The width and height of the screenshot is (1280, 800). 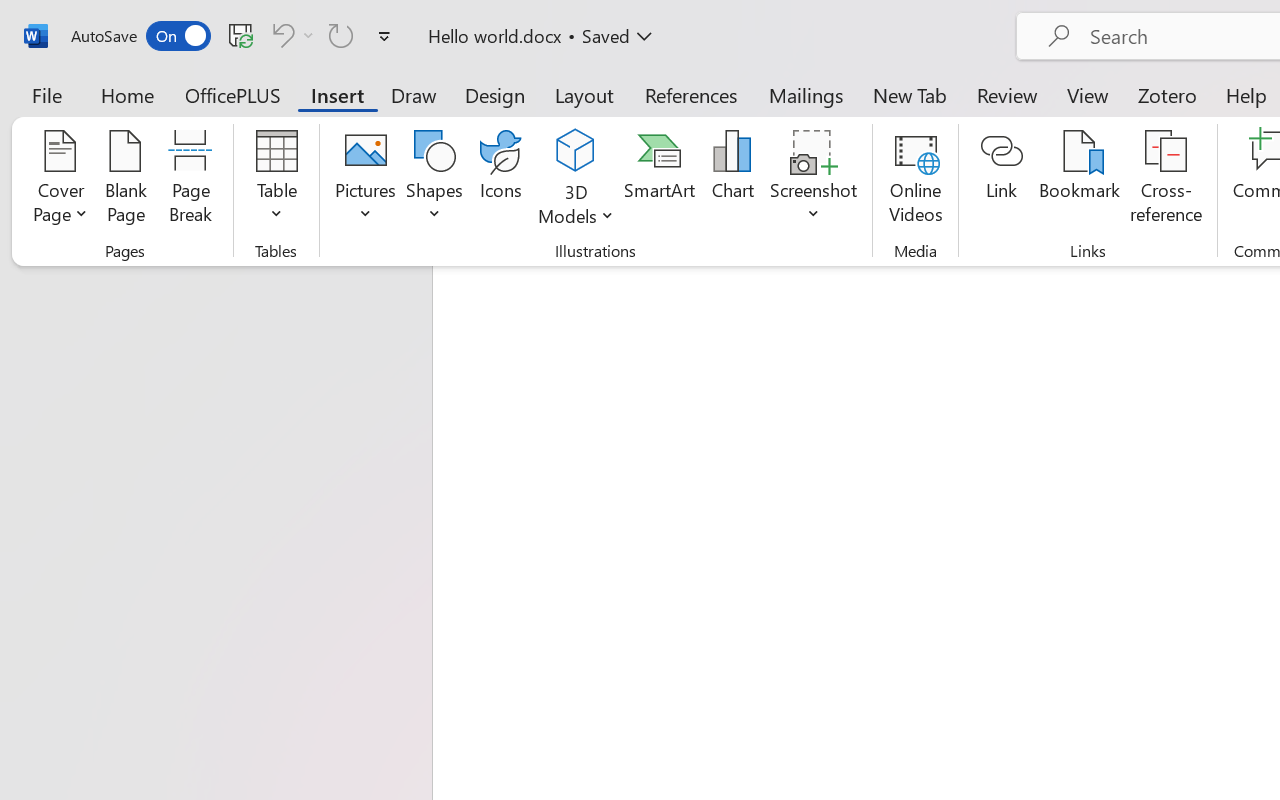 I want to click on 'Quick Access Toolbar', so click(x=234, y=35).